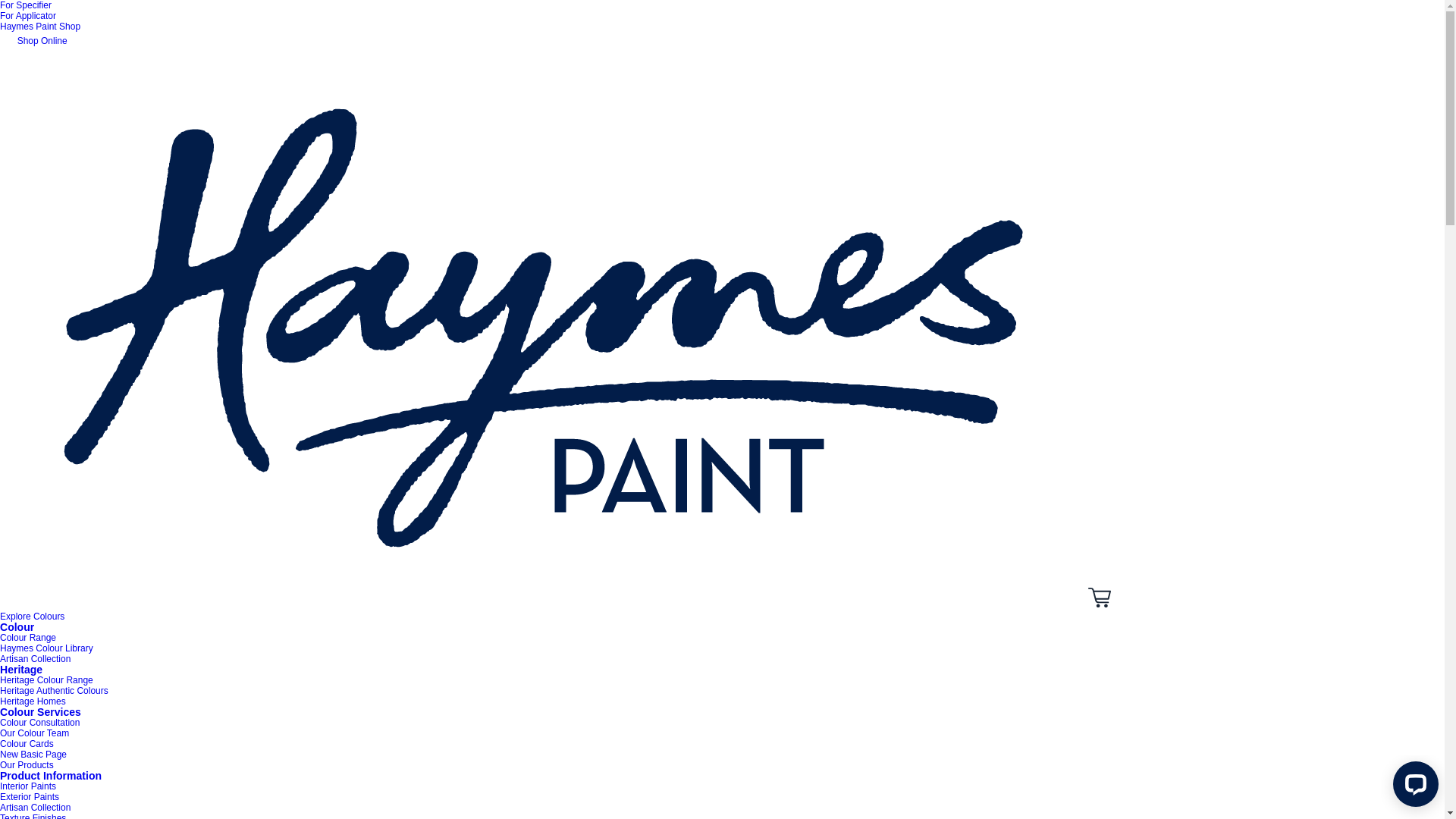  I want to click on 'Heritage Authentic Colours', so click(54, 690).